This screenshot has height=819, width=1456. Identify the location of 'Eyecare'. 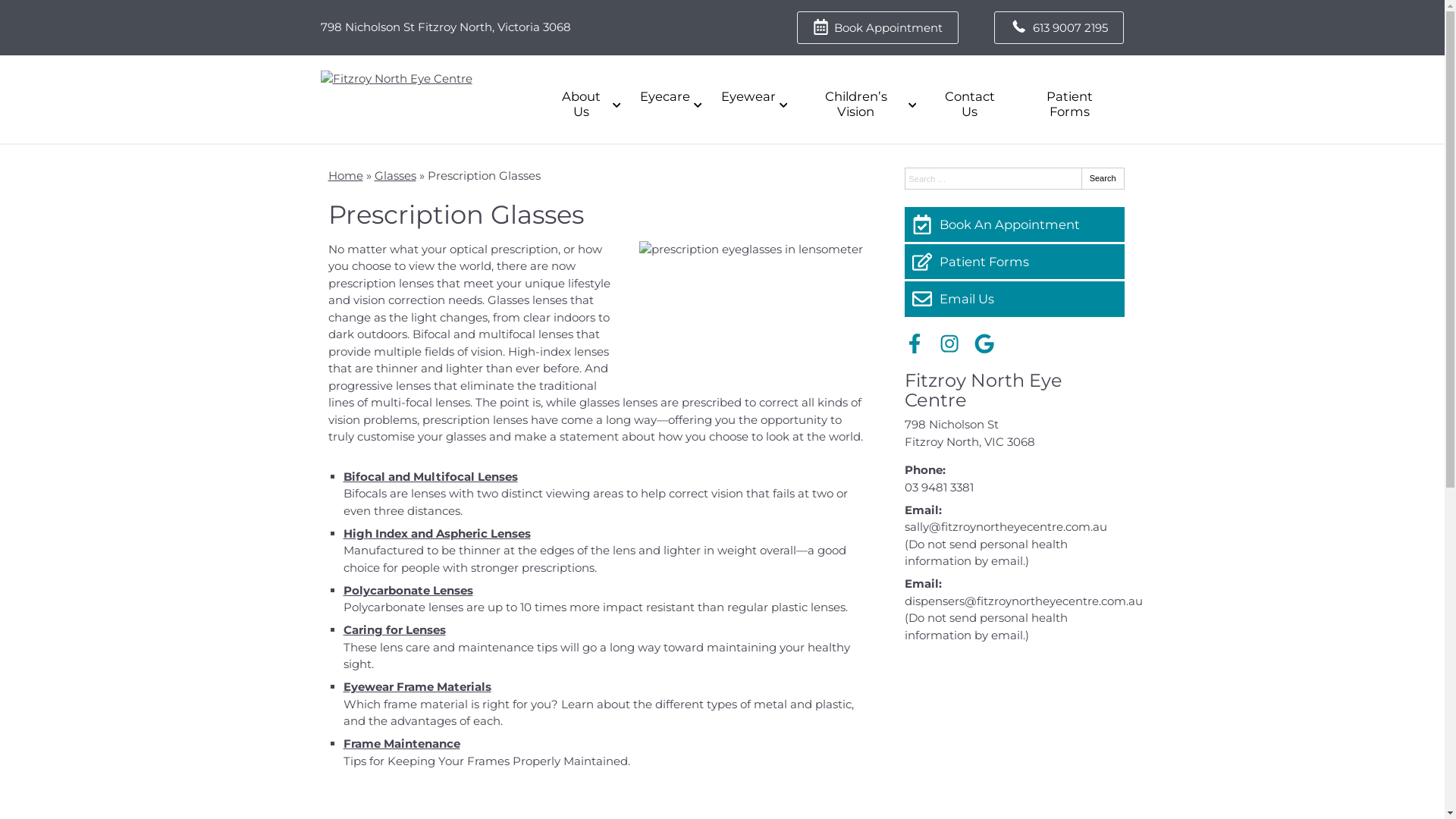
(628, 96).